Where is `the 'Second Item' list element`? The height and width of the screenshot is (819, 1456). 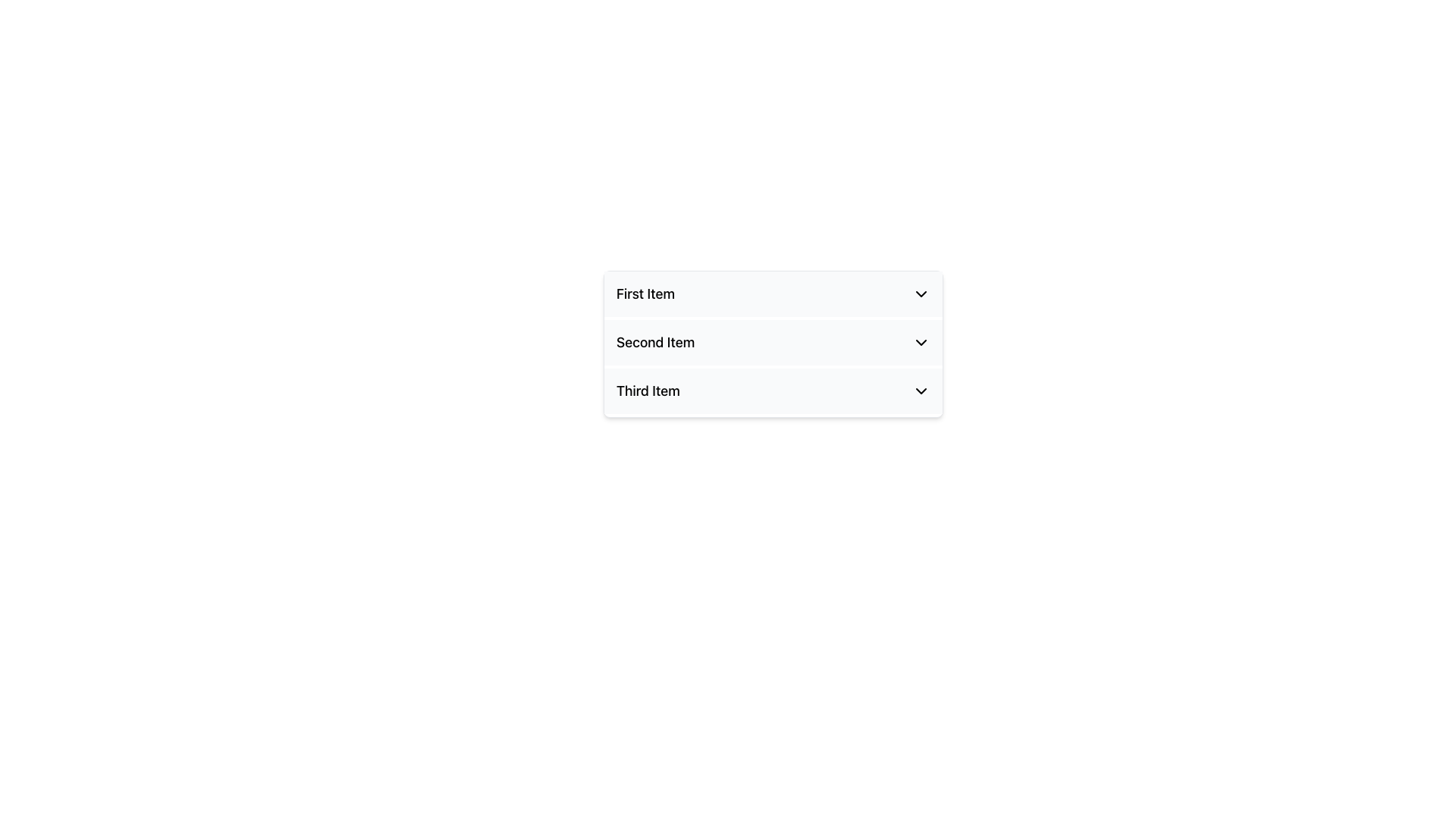 the 'Second Item' list element is located at coordinates (773, 342).